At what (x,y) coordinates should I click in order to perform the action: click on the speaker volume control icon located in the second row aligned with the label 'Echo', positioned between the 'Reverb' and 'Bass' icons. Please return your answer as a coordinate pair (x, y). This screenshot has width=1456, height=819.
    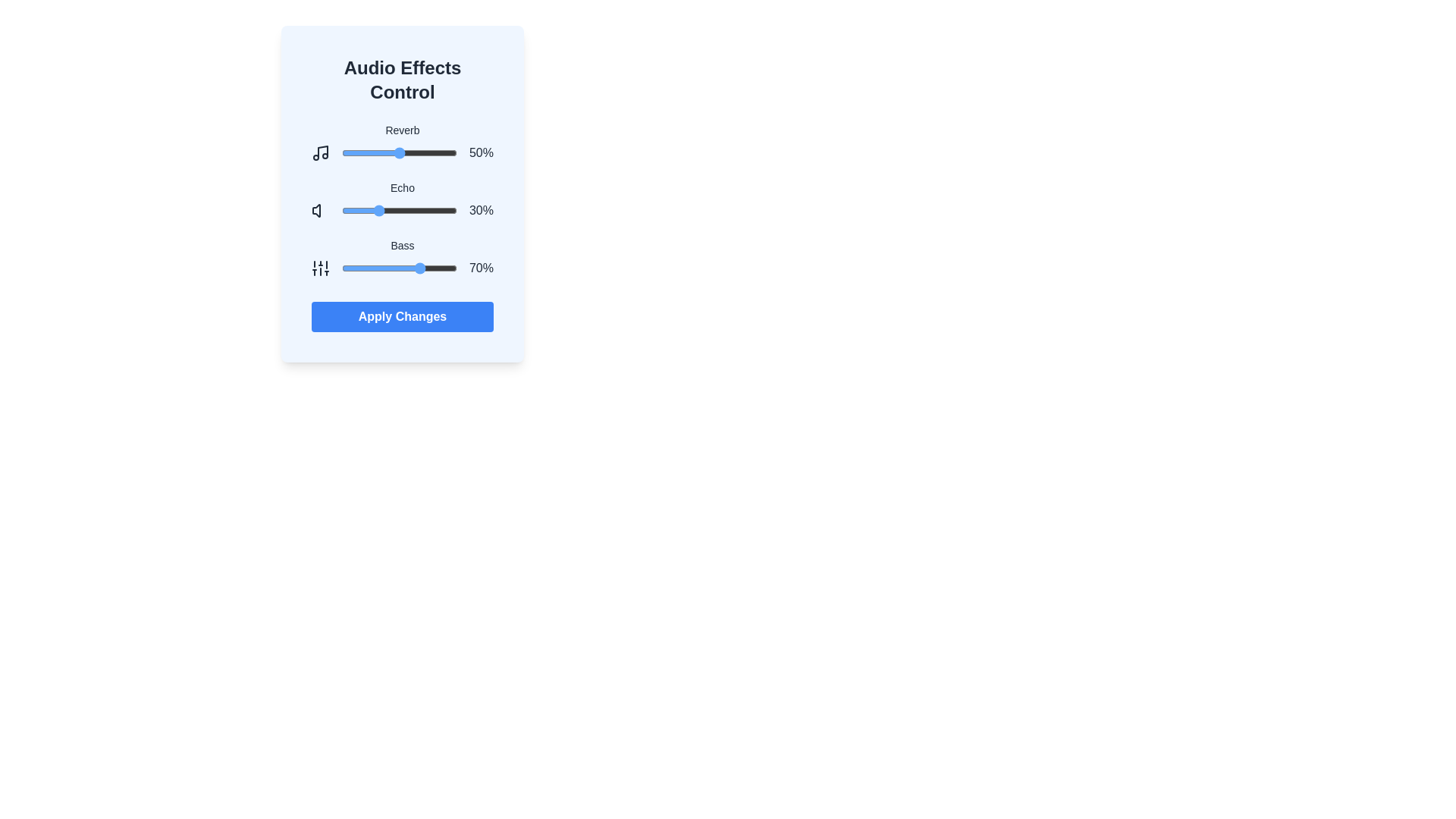
    Looking at the image, I should click on (315, 210).